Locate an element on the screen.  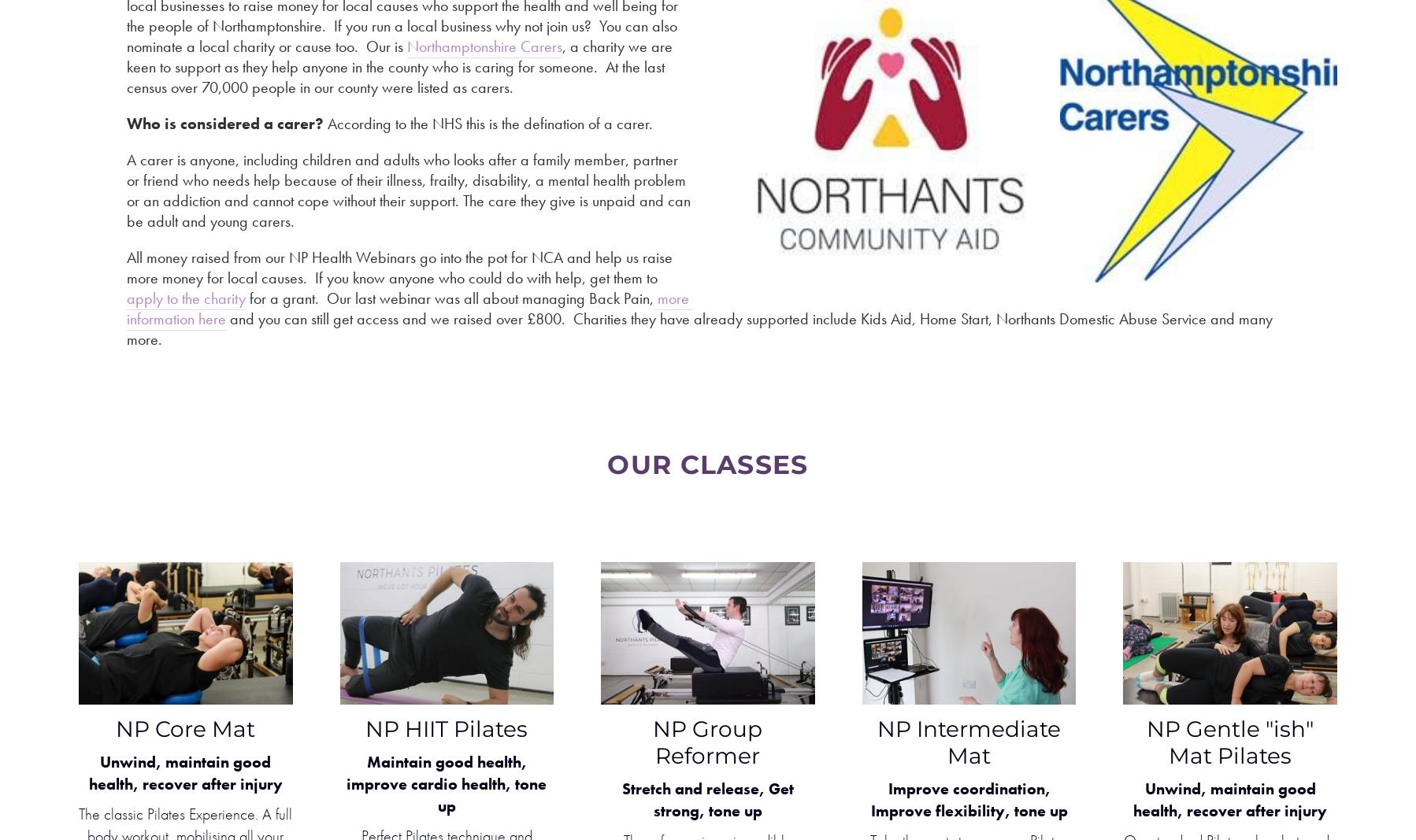
'Maintain good health, improve cardio health, tone up' is located at coordinates (447, 783).